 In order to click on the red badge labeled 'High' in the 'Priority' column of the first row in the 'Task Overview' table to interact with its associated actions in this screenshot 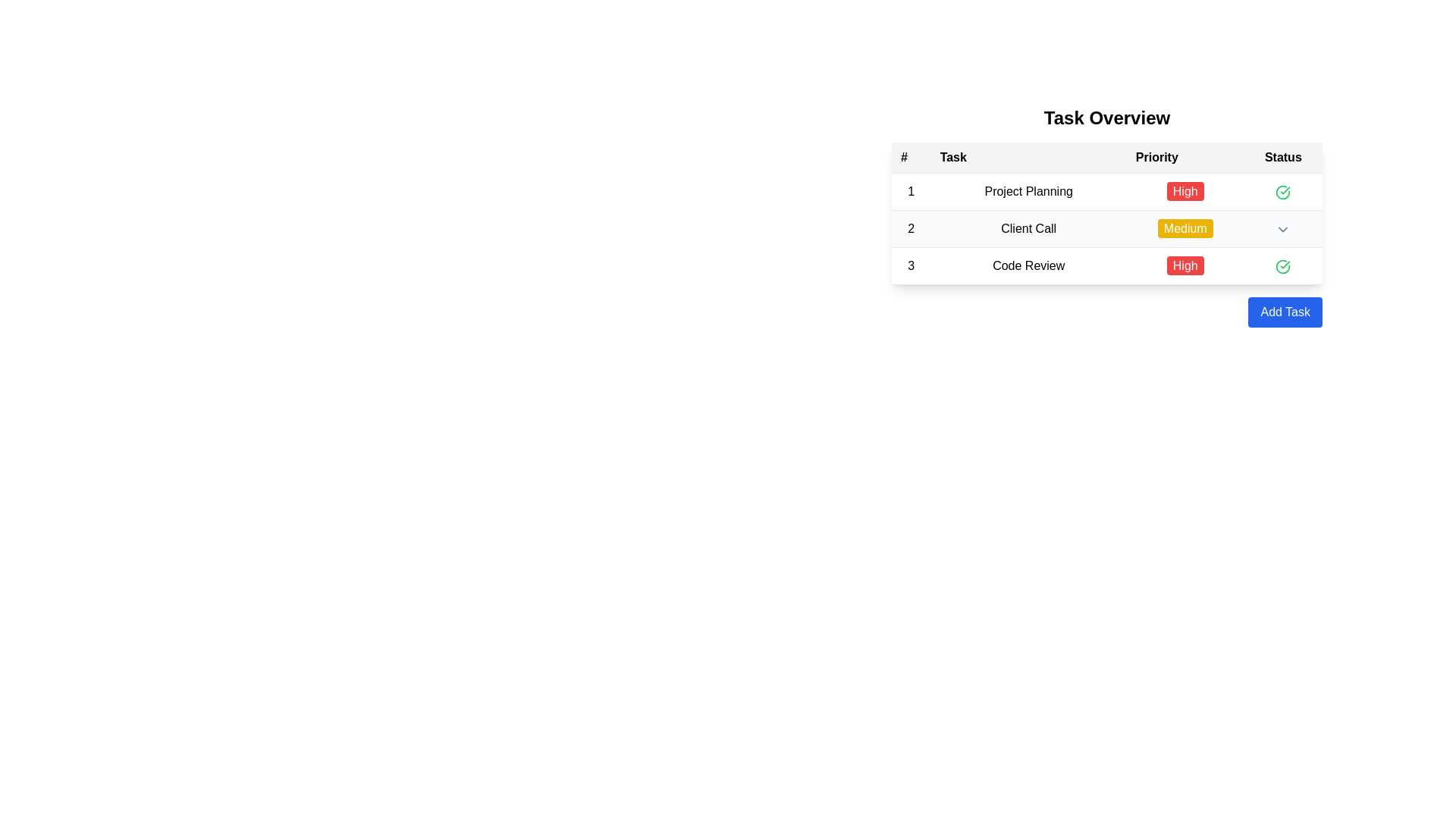, I will do `click(1185, 191)`.